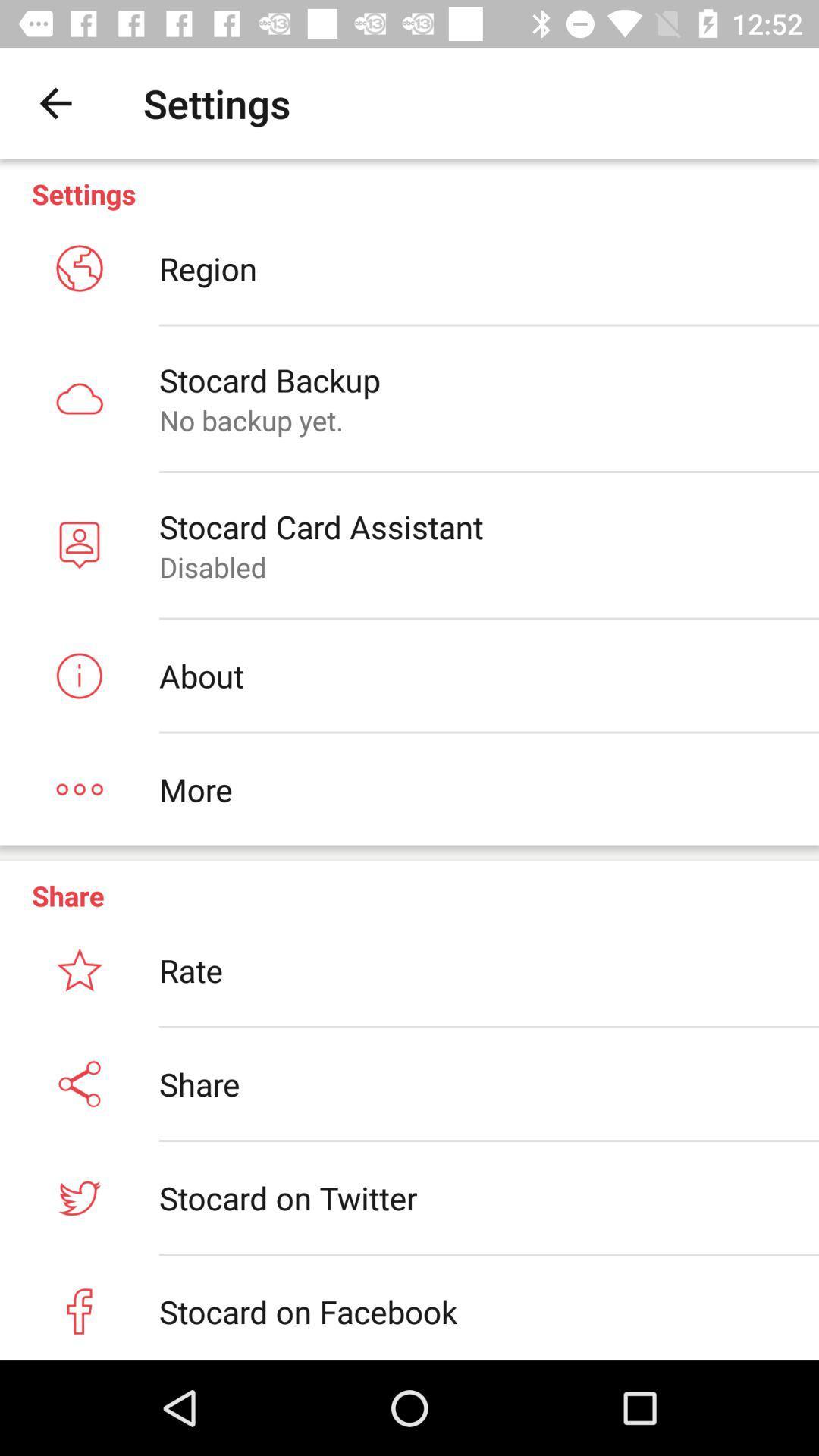 The height and width of the screenshot is (1456, 819). What do you see at coordinates (55, 102) in the screenshot?
I see `the item to the left of settings item` at bounding box center [55, 102].